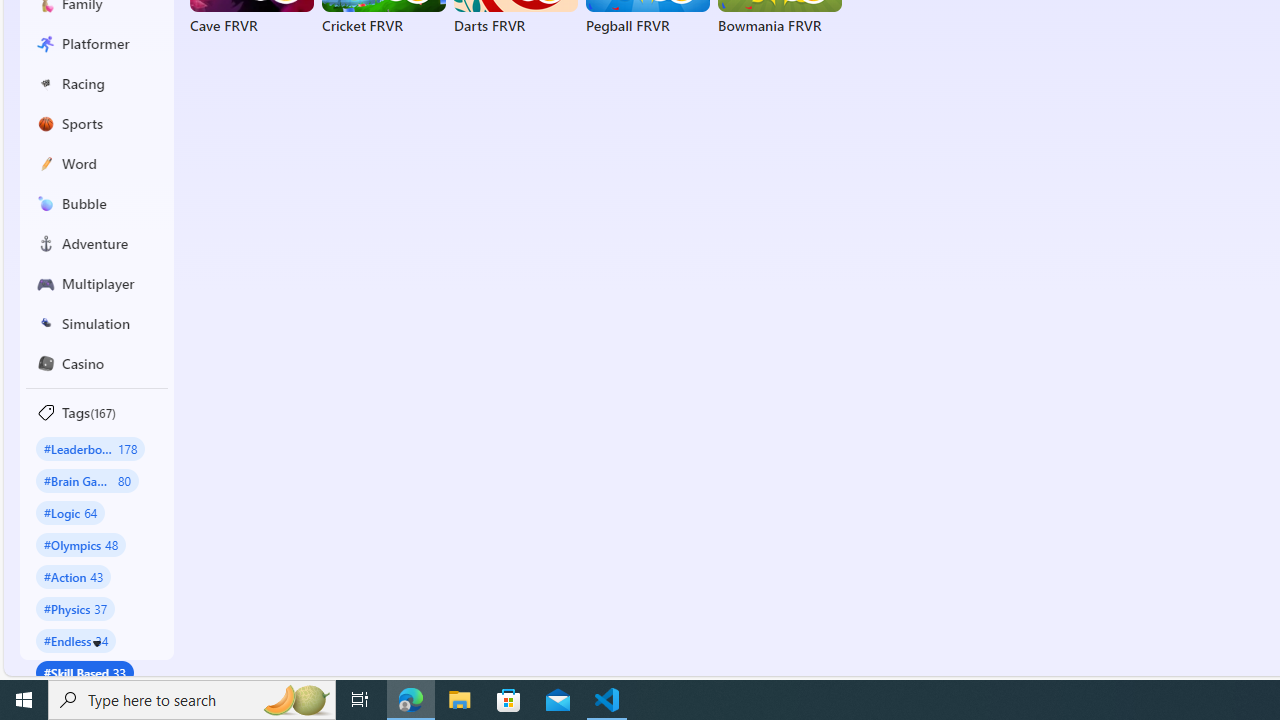 This screenshot has height=720, width=1280. I want to click on '#Endless 34', so click(76, 640).